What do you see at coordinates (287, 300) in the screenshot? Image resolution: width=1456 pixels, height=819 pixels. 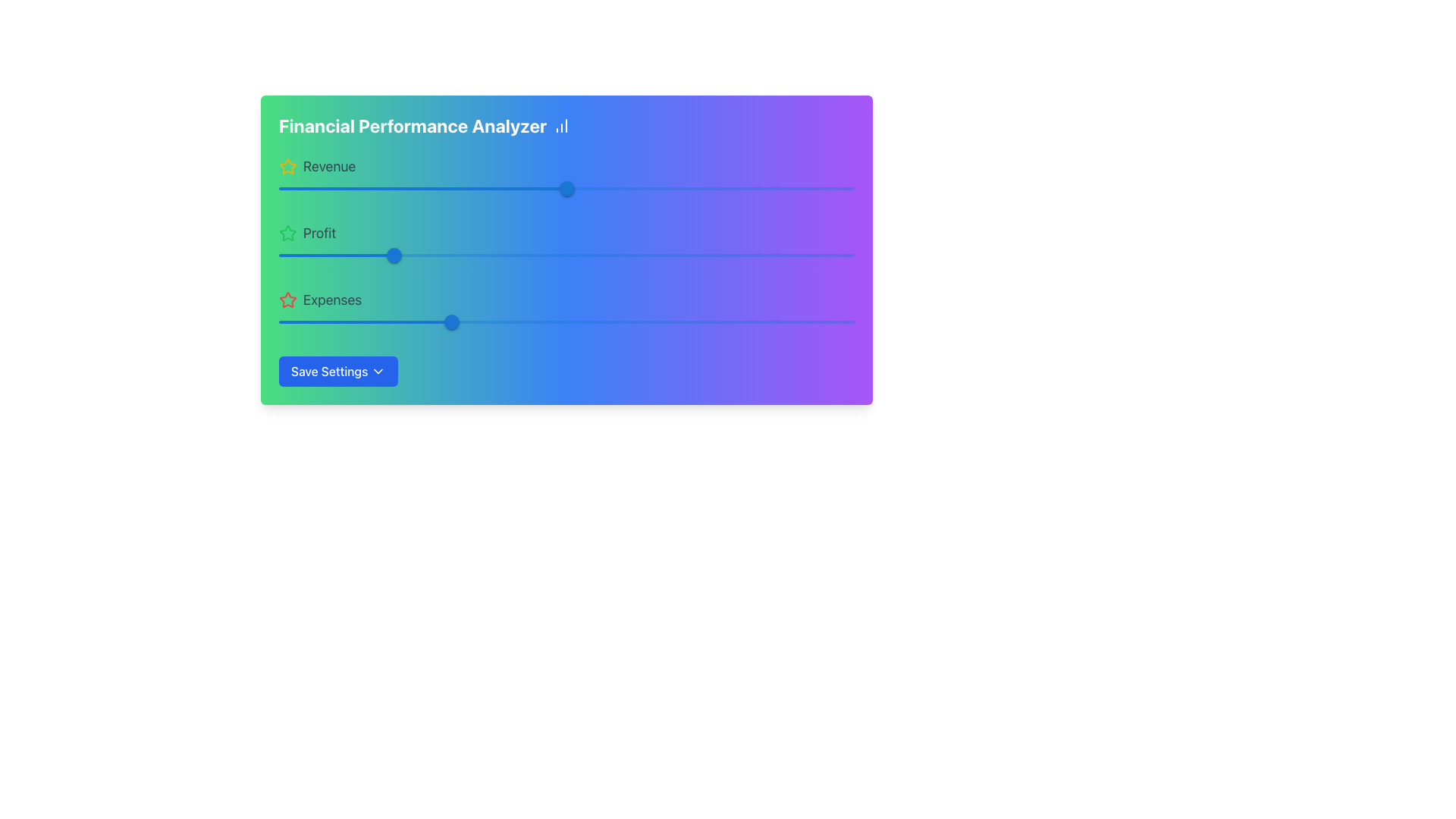 I see `the red star icon located in the 'Expenses' row, positioned to the left of the slider control, which is the third icon in the sequence of similar icons` at bounding box center [287, 300].